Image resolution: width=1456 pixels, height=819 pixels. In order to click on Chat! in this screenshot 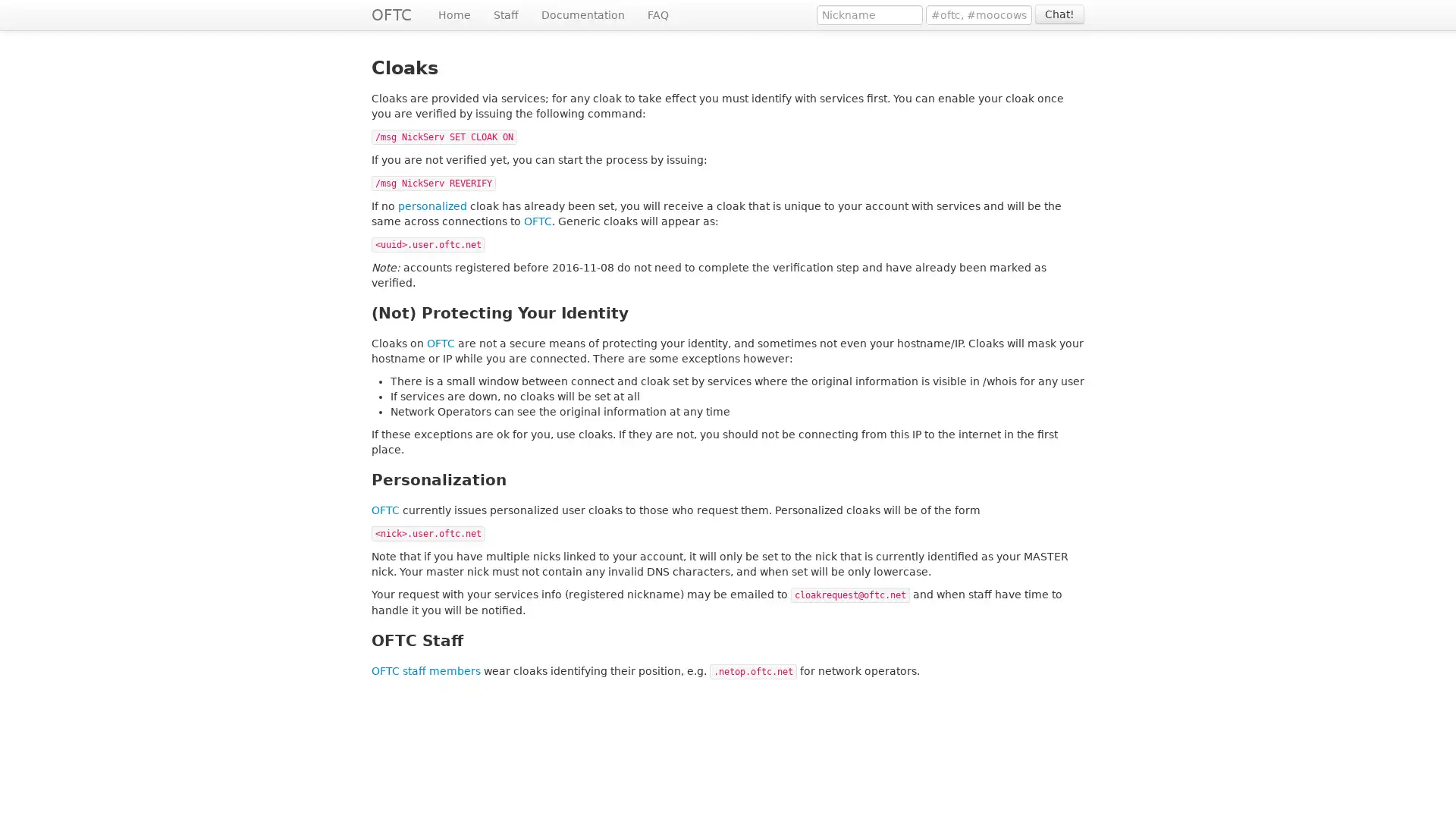, I will do `click(1059, 14)`.